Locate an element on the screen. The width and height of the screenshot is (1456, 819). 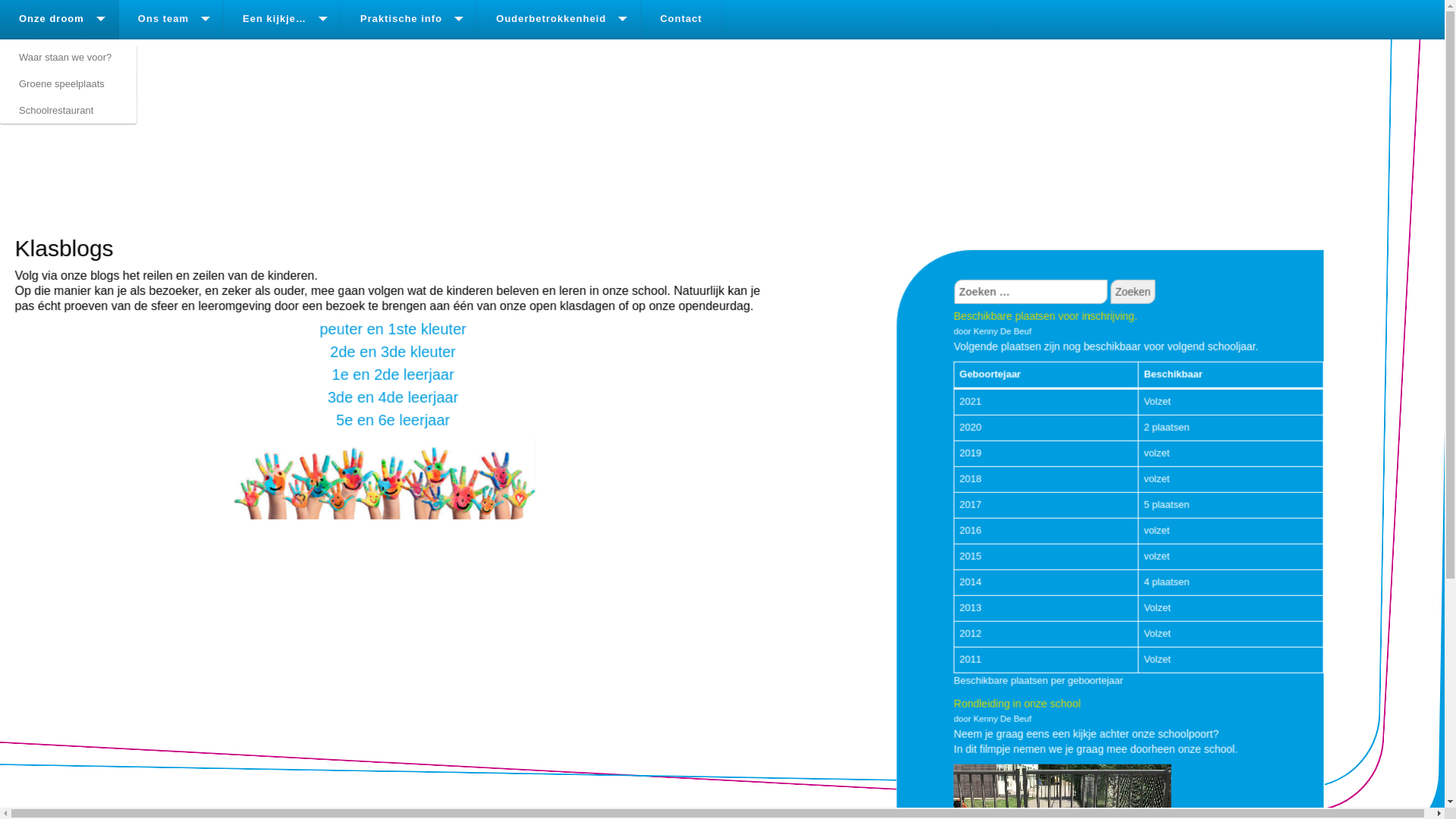
'1e en 2de leerjaar' is located at coordinates (392, 374).